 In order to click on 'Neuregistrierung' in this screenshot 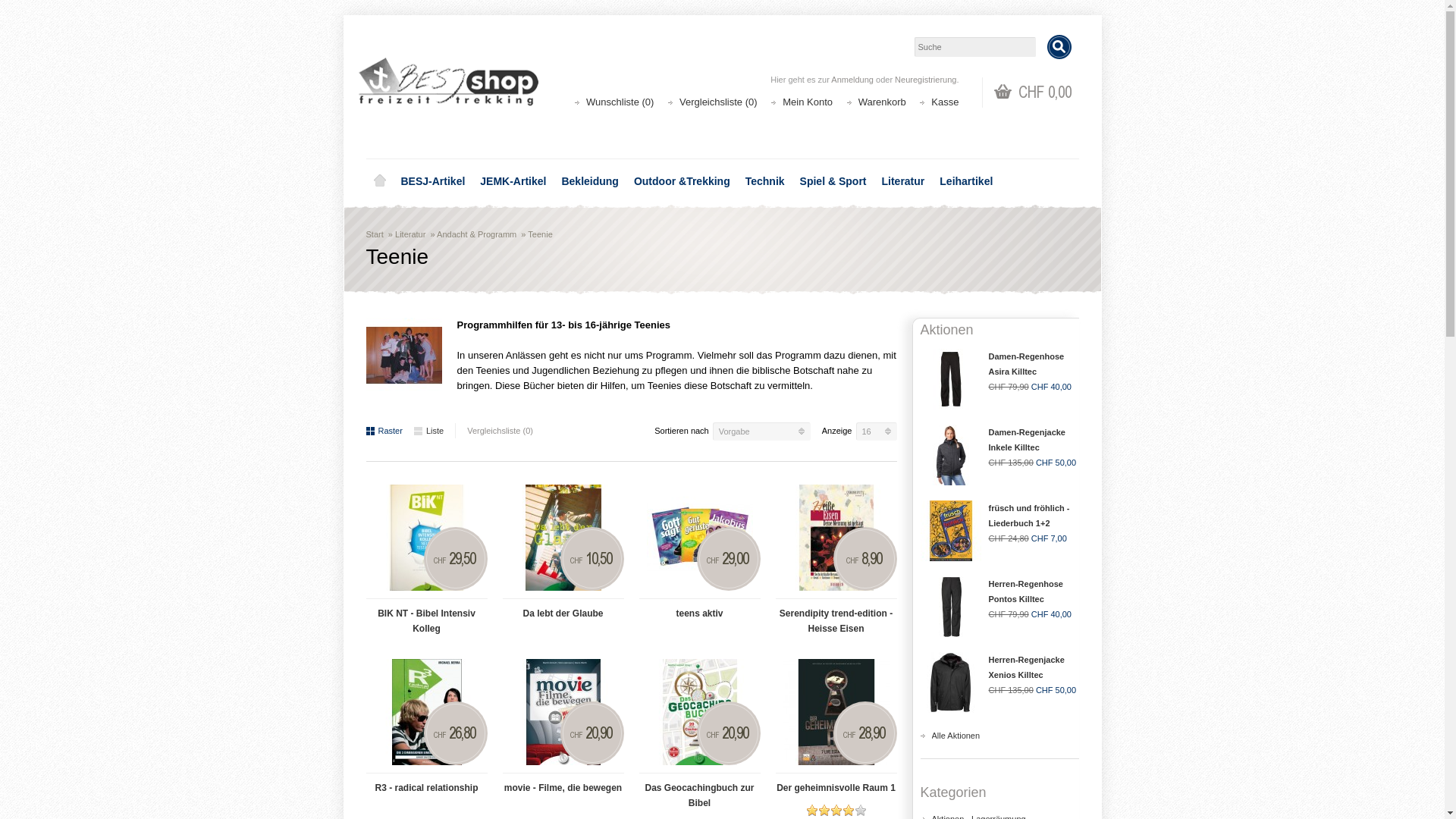, I will do `click(924, 79)`.